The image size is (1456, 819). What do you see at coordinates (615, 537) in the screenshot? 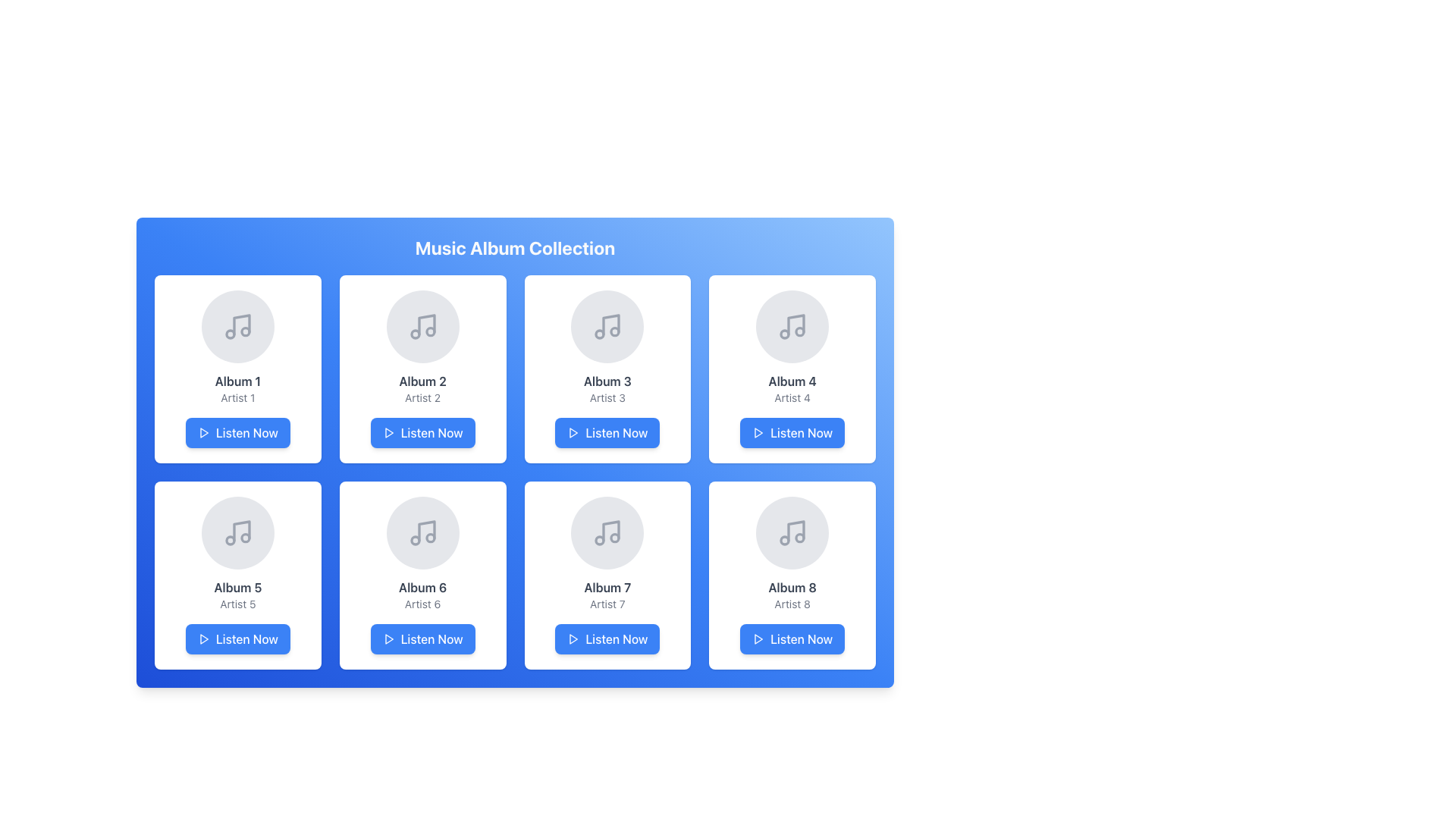
I see `the small circular SVG shape located at the lower part of the musical note icon representing 'Album 7'` at bounding box center [615, 537].